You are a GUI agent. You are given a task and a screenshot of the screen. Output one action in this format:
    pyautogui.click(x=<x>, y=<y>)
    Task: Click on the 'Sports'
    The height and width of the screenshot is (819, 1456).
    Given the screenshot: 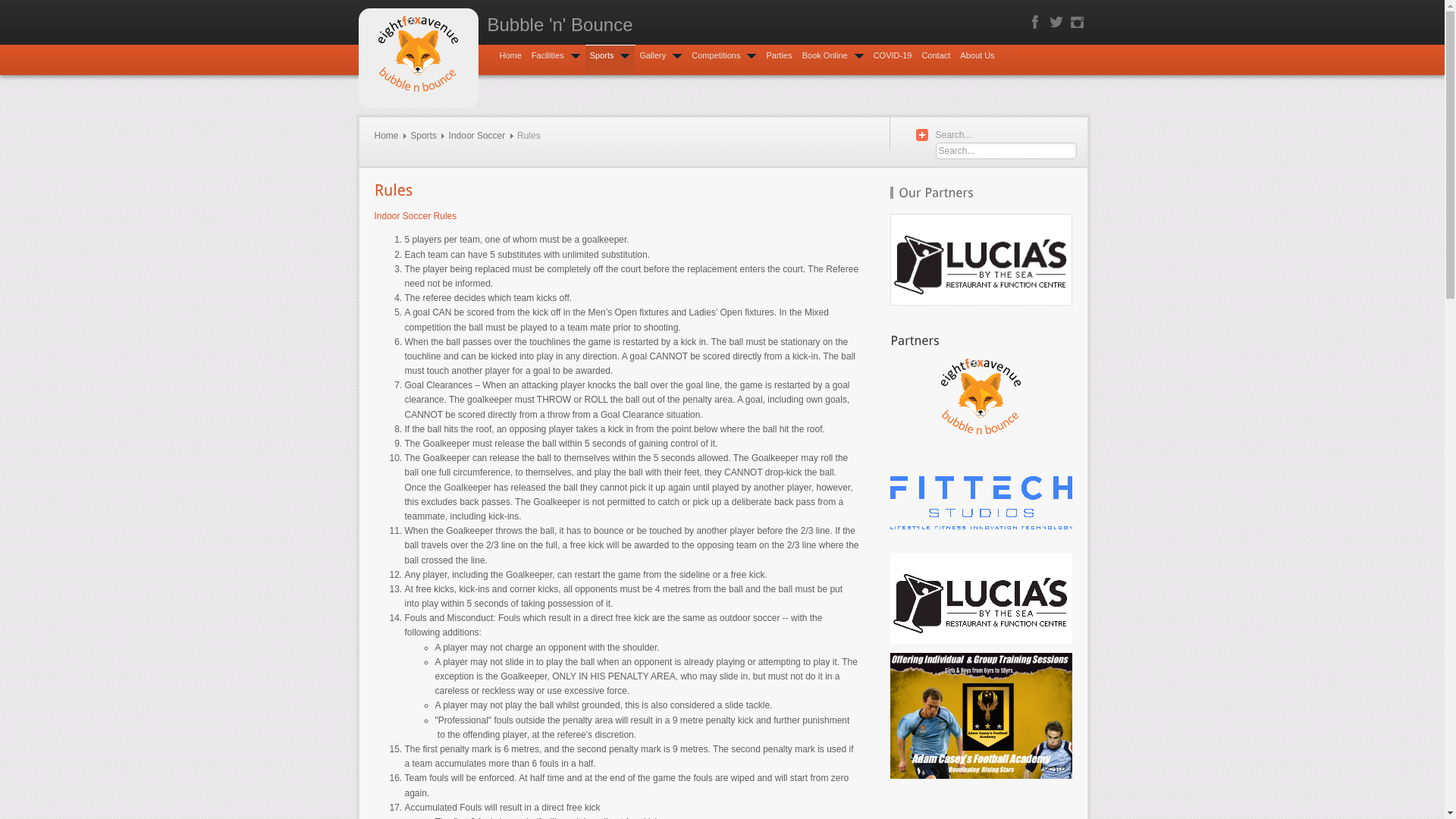 What is the action you would take?
    pyautogui.click(x=610, y=60)
    